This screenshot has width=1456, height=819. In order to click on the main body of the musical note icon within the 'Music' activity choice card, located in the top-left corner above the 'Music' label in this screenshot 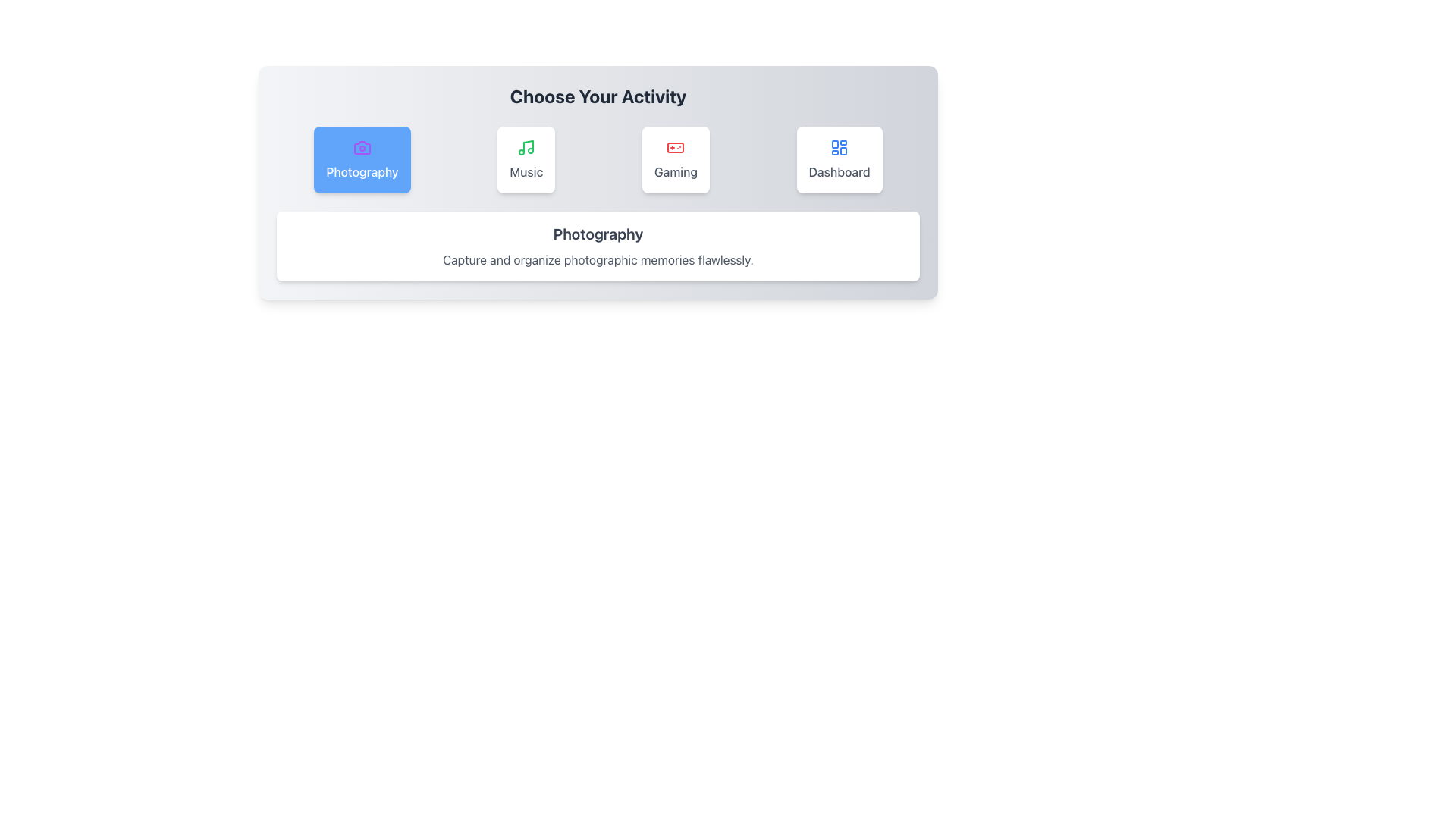, I will do `click(529, 146)`.